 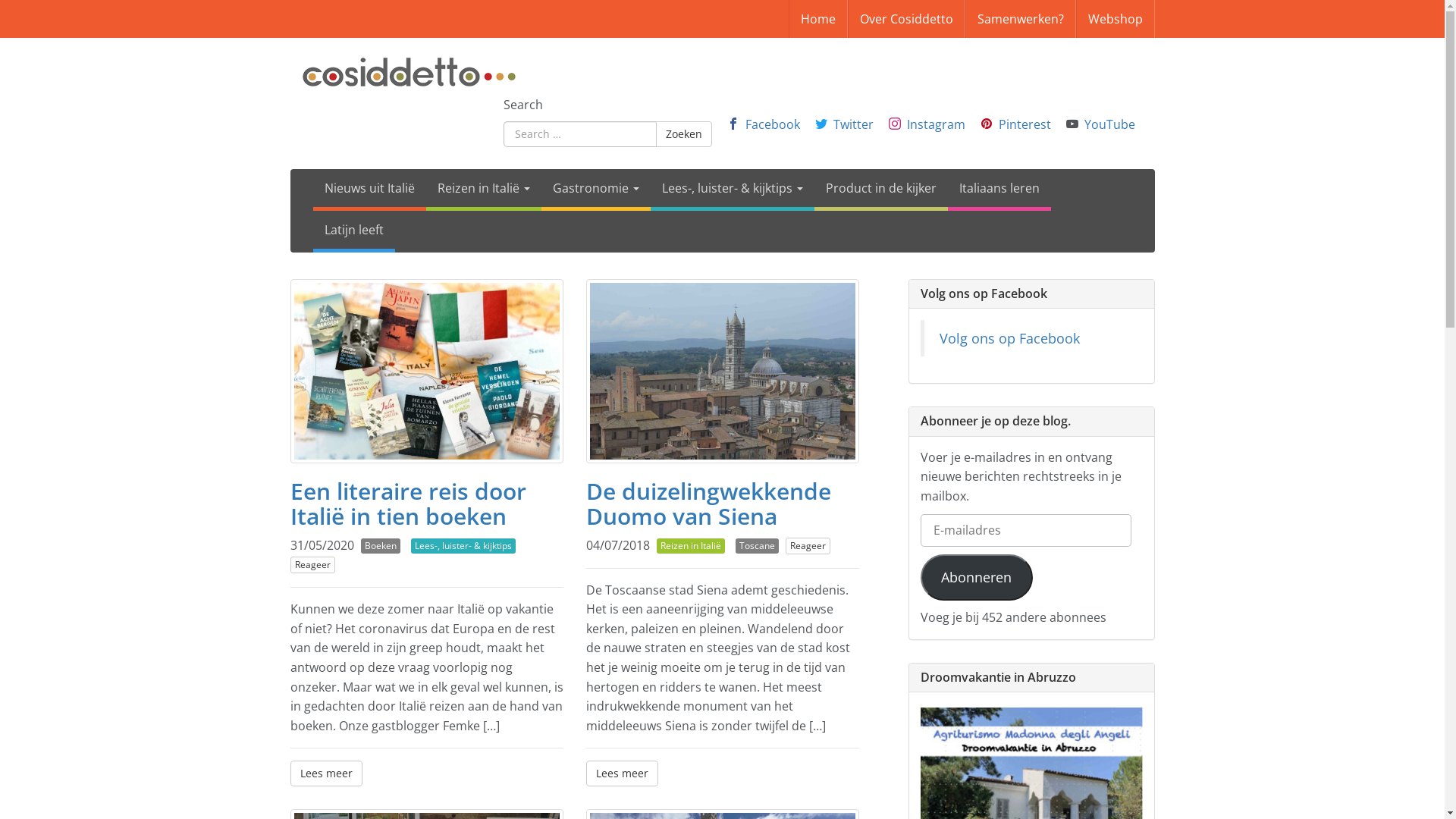 What do you see at coordinates (682, 133) in the screenshot?
I see `'Zoeken'` at bounding box center [682, 133].